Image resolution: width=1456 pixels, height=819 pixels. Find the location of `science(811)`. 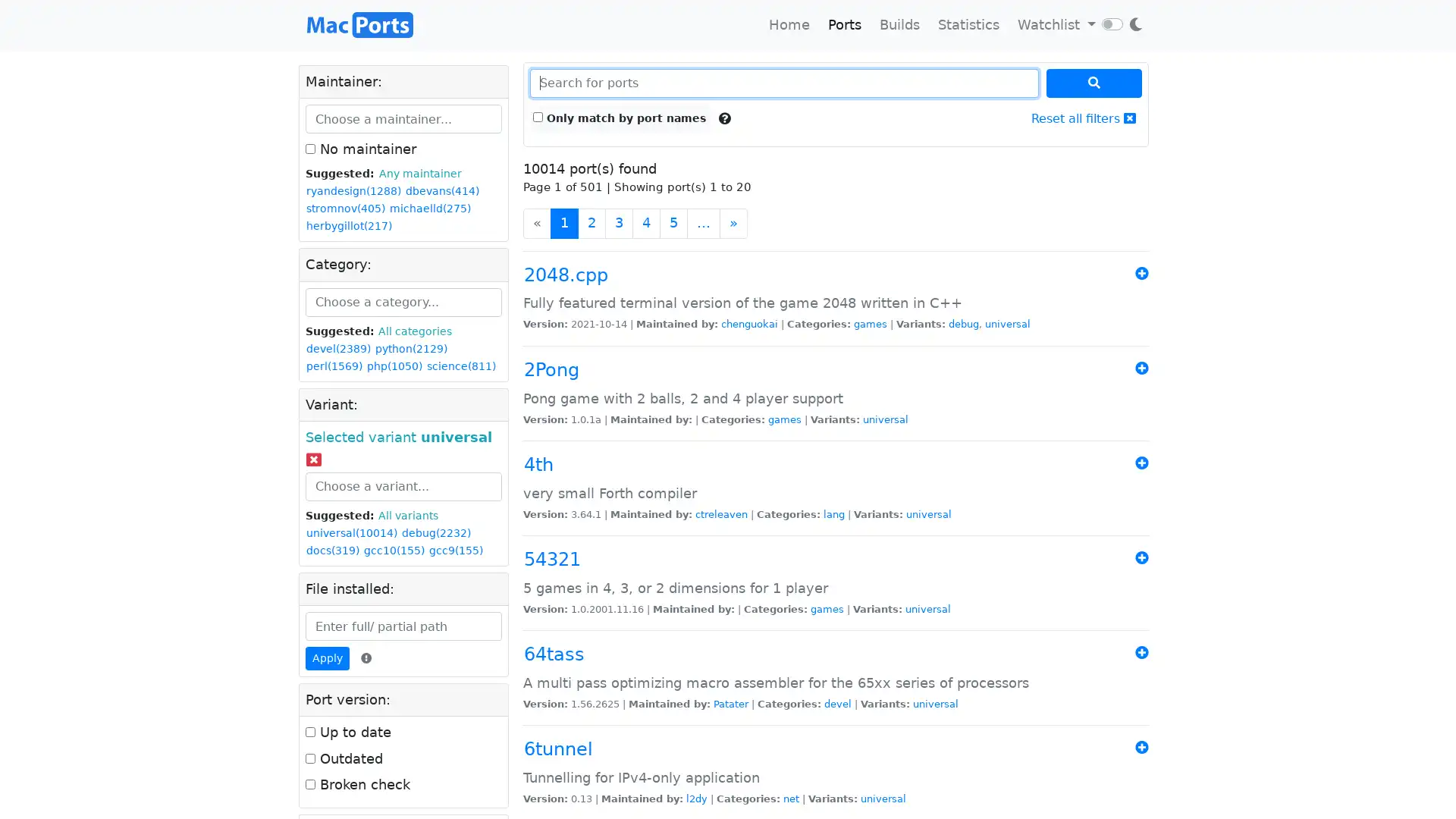

science(811) is located at coordinates (460, 366).